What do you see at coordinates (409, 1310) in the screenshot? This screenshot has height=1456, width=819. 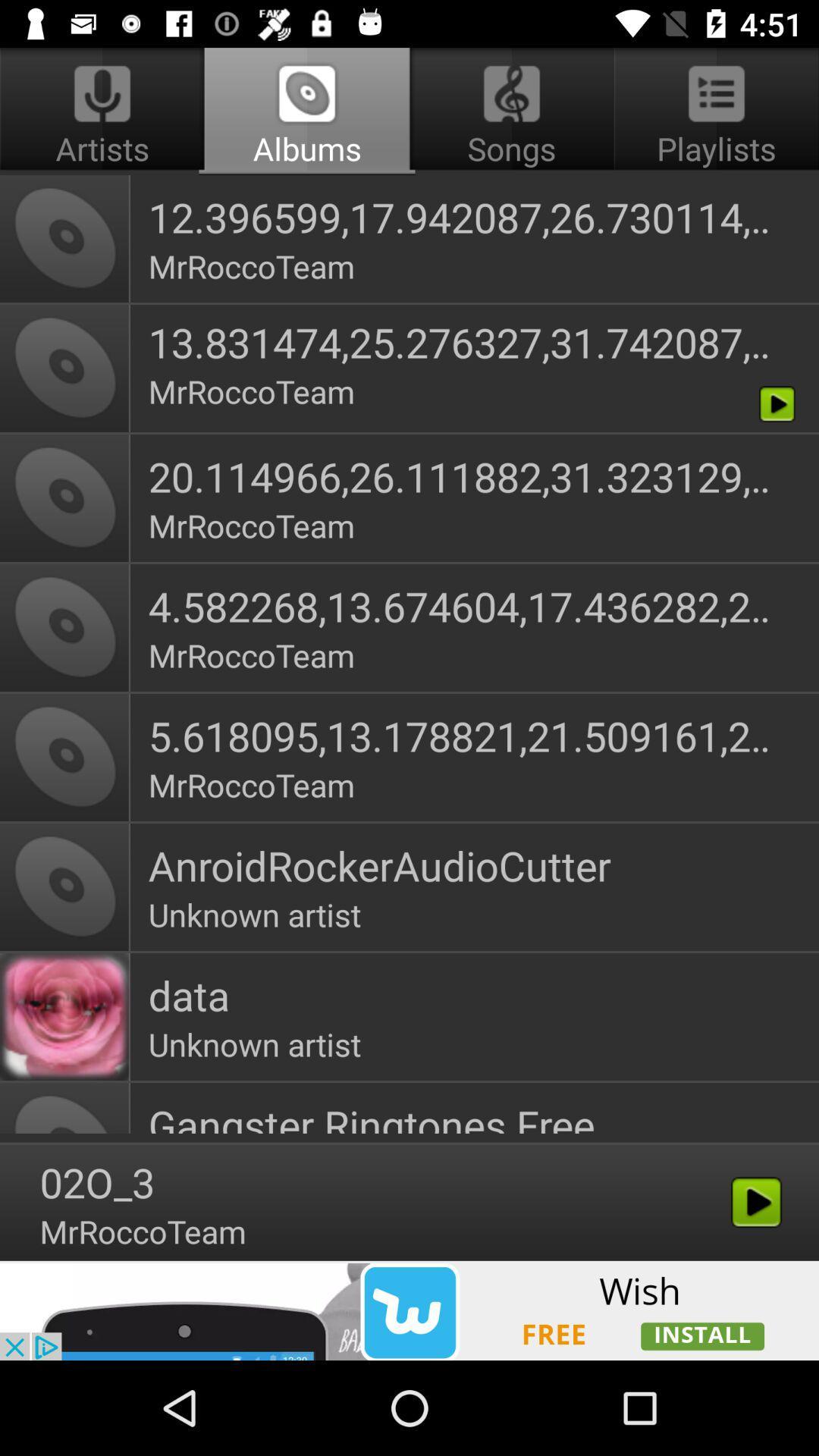 I see `click on the advertisement` at bounding box center [409, 1310].